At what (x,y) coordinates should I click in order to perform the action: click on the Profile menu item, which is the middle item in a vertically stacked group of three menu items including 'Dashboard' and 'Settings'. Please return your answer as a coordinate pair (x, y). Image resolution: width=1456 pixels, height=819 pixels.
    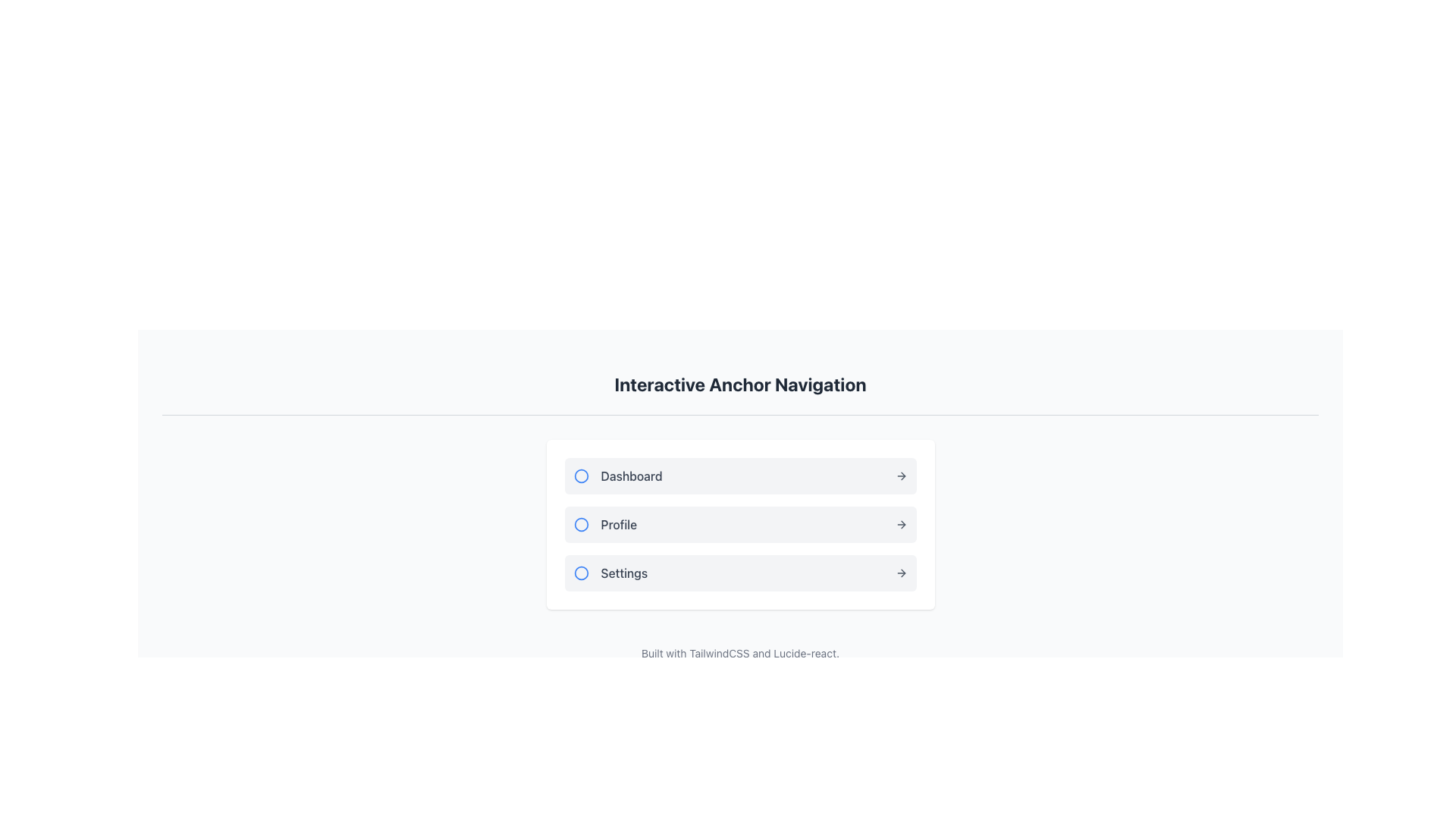
    Looking at the image, I should click on (740, 523).